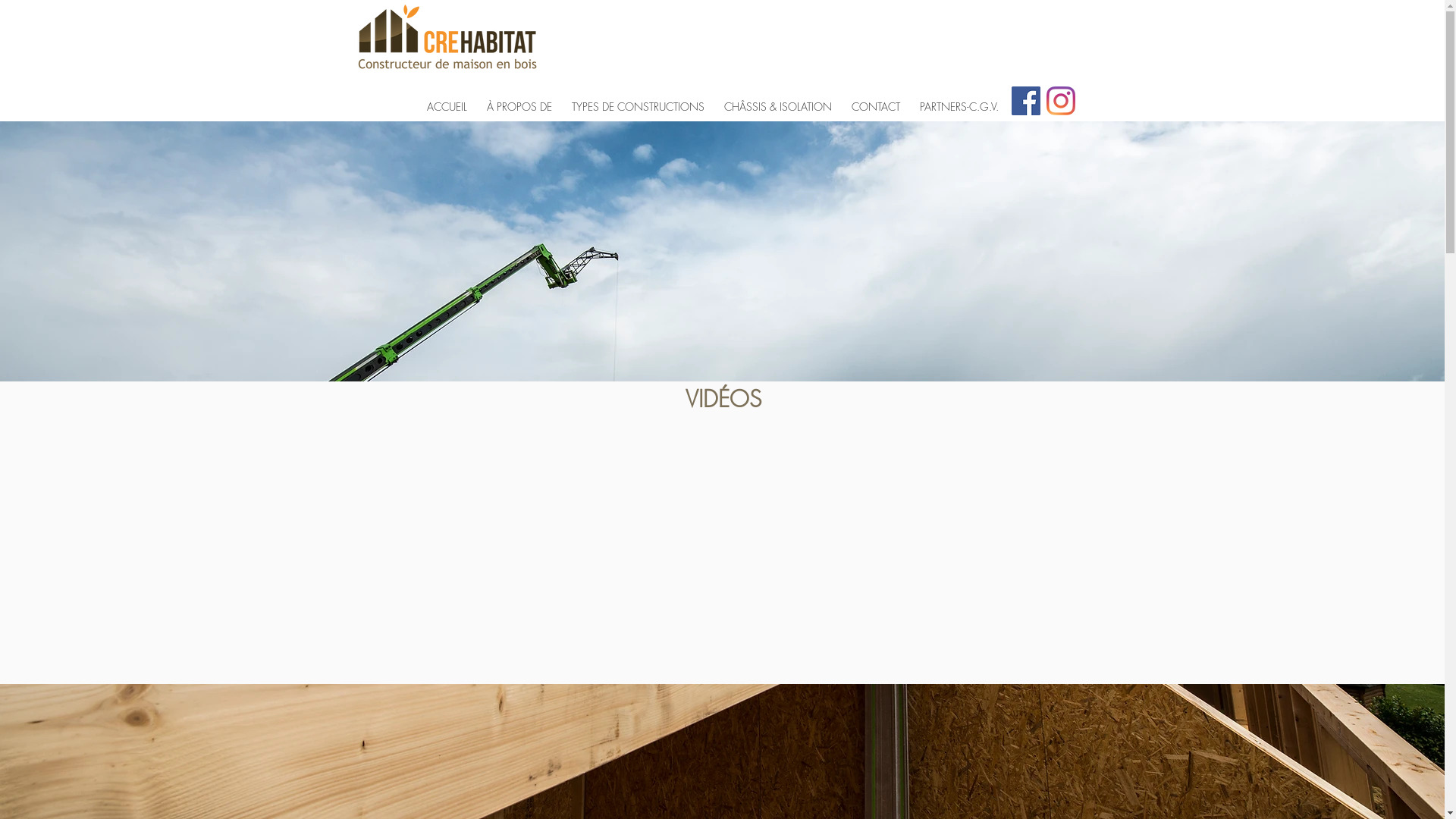  Describe the element at coordinates (840, 99) in the screenshot. I see `'CONTACT'` at that location.